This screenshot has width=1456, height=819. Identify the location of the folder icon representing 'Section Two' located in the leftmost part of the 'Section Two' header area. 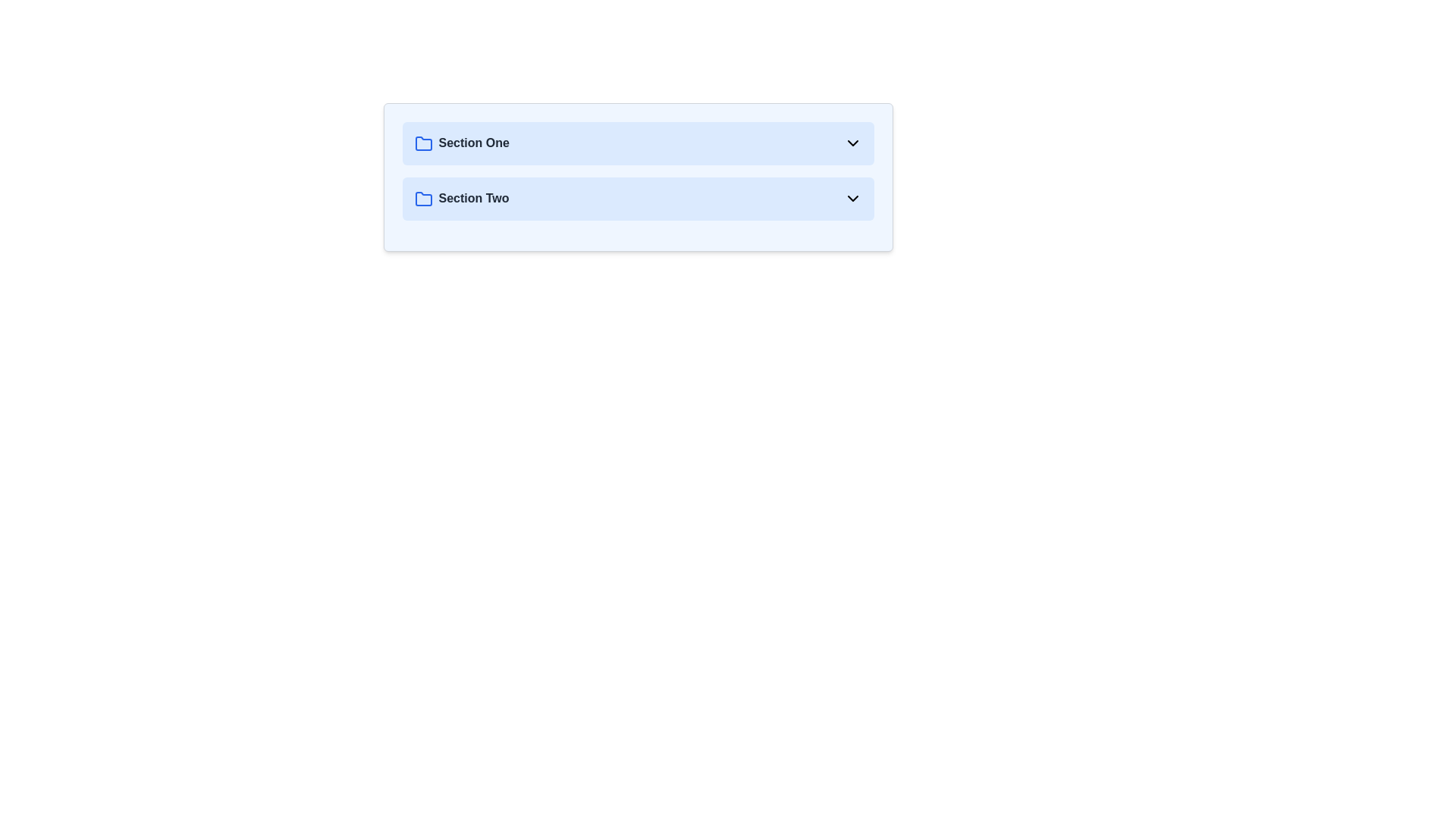
(423, 198).